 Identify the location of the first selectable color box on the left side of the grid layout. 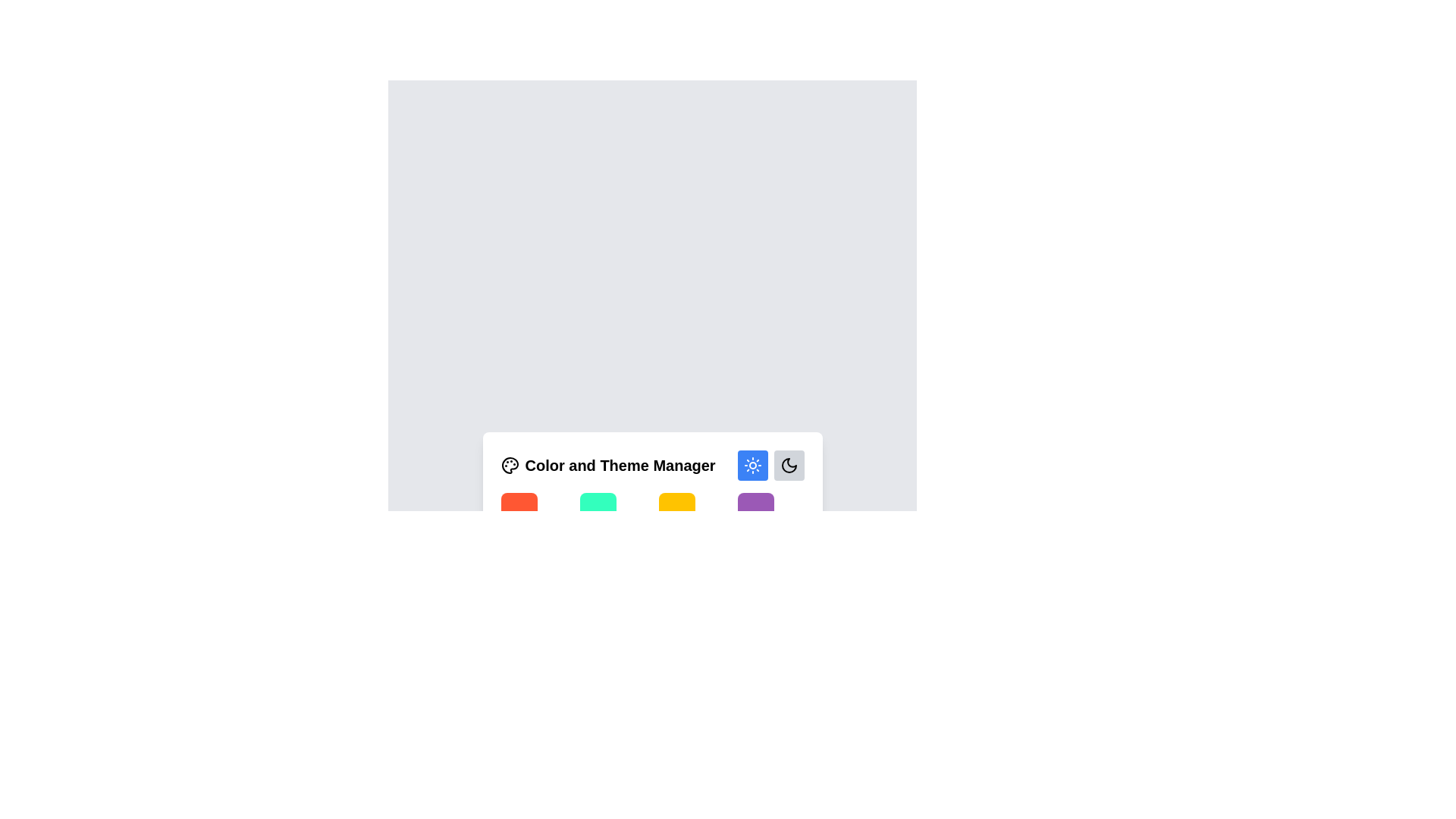
(519, 511).